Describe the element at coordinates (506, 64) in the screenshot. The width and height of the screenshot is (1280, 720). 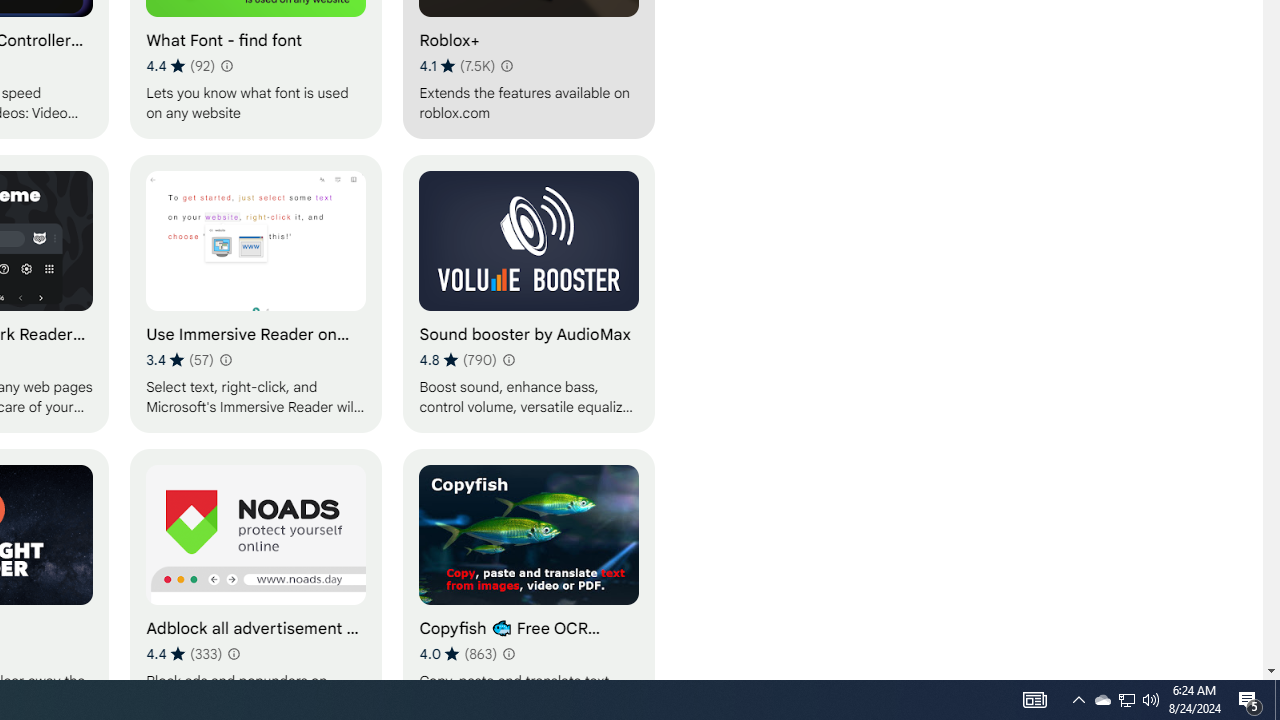
I see `'Learn more about results and reviews "Roblox+"'` at that location.